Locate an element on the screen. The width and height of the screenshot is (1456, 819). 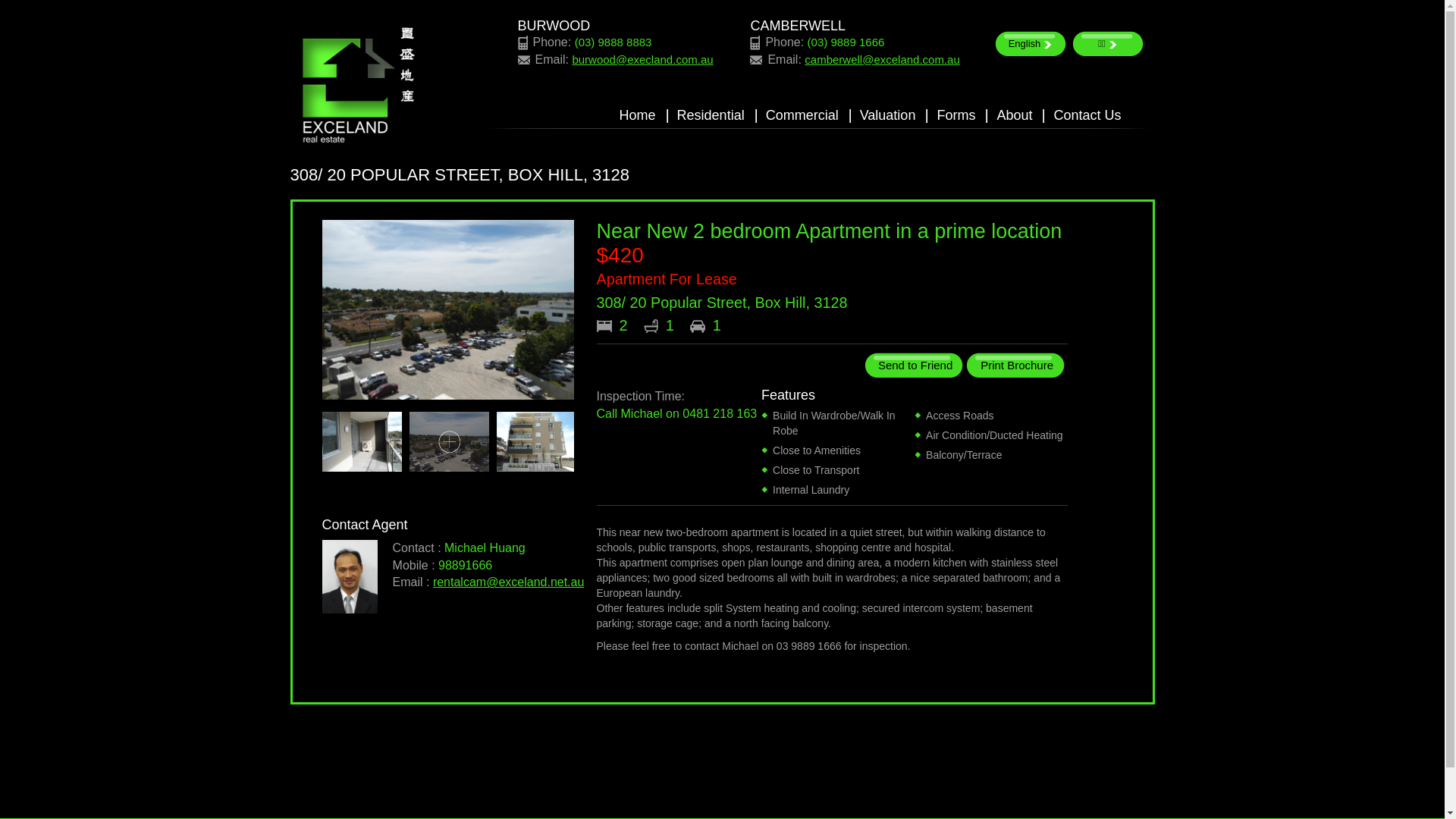
'Contact Us' is located at coordinates (1052, 115).